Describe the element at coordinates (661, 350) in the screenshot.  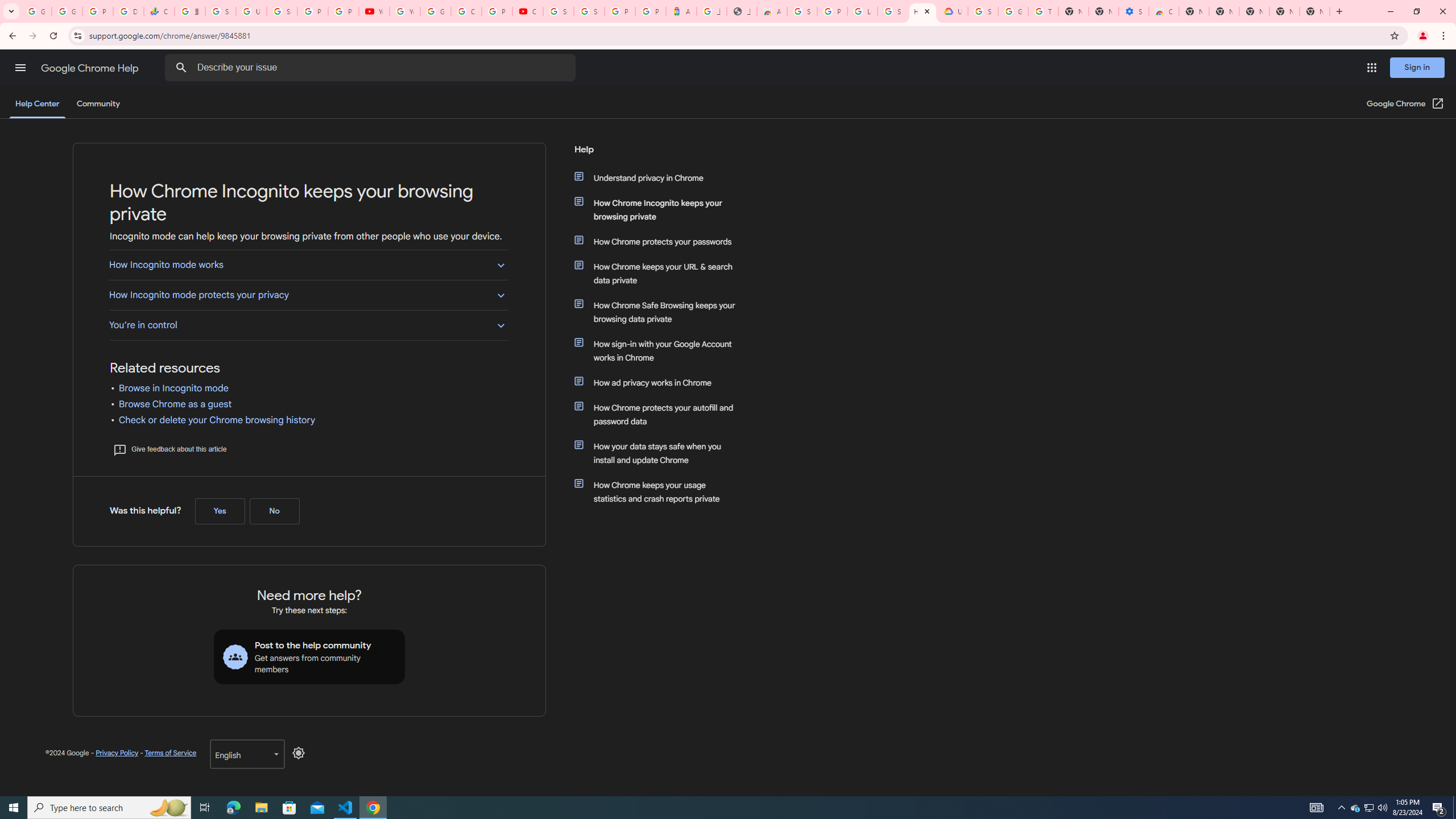
I see `'How sign-in with your Google Account works in Chrome'` at that location.